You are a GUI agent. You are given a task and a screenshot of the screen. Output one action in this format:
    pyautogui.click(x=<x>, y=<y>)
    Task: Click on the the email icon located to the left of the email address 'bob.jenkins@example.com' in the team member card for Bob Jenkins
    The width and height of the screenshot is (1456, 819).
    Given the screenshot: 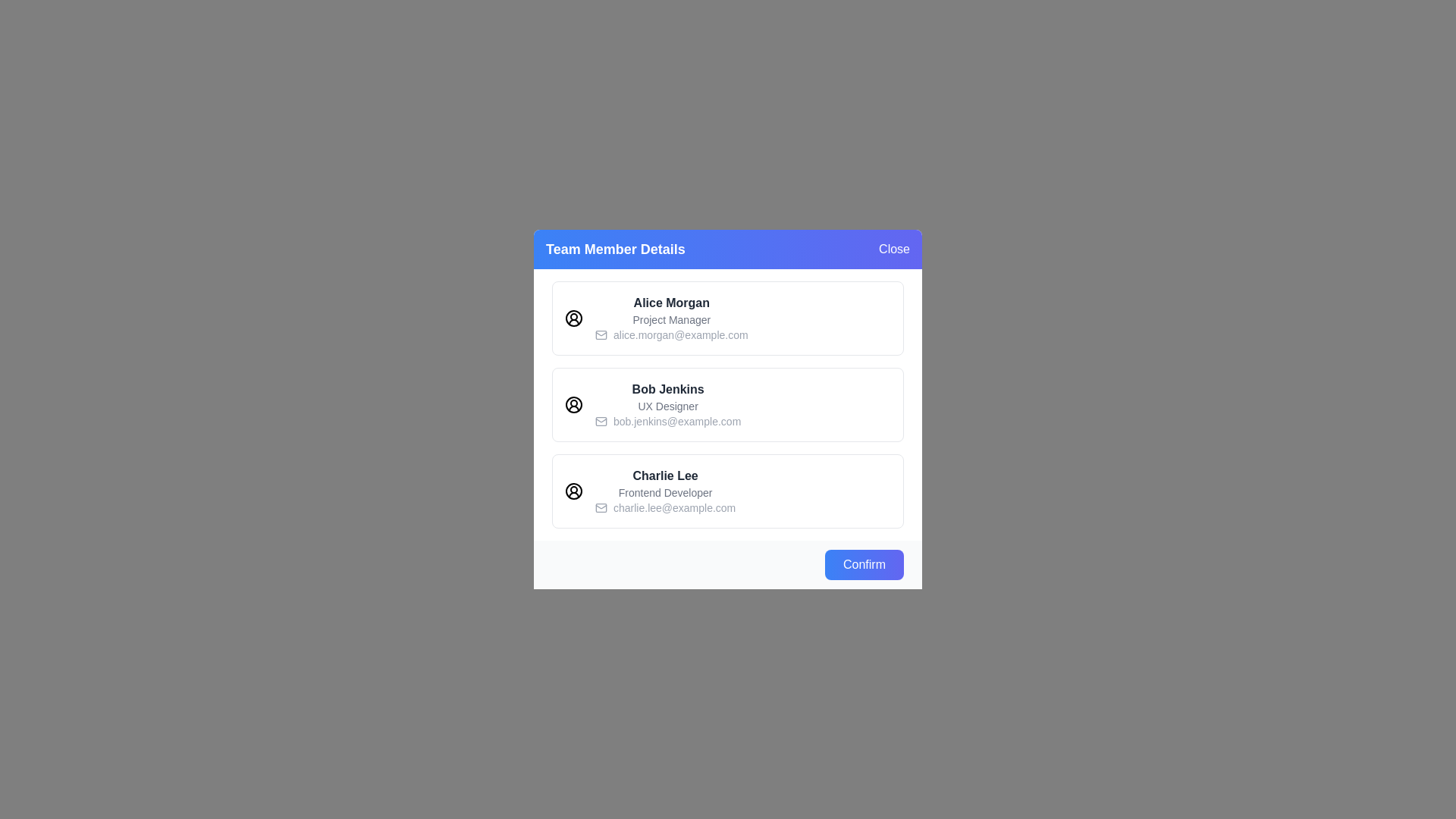 What is the action you would take?
    pyautogui.click(x=600, y=421)
    